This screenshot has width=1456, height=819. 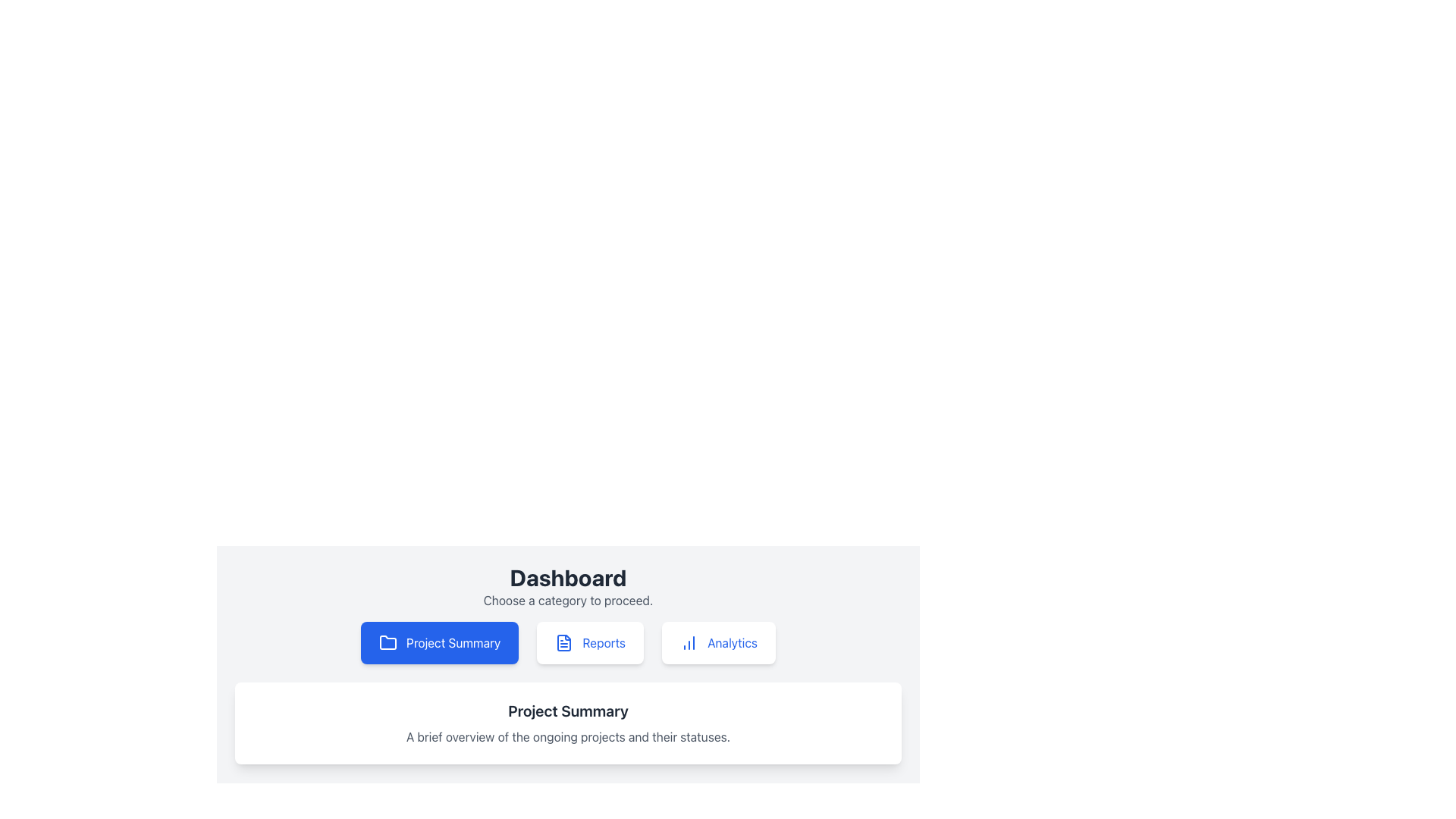 I want to click on header and description of the section titled 'Project Summary' located at the center of the Text Block below the buttons 'Project Summary,' 'Reports,' and 'Analytics.', so click(x=567, y=722).